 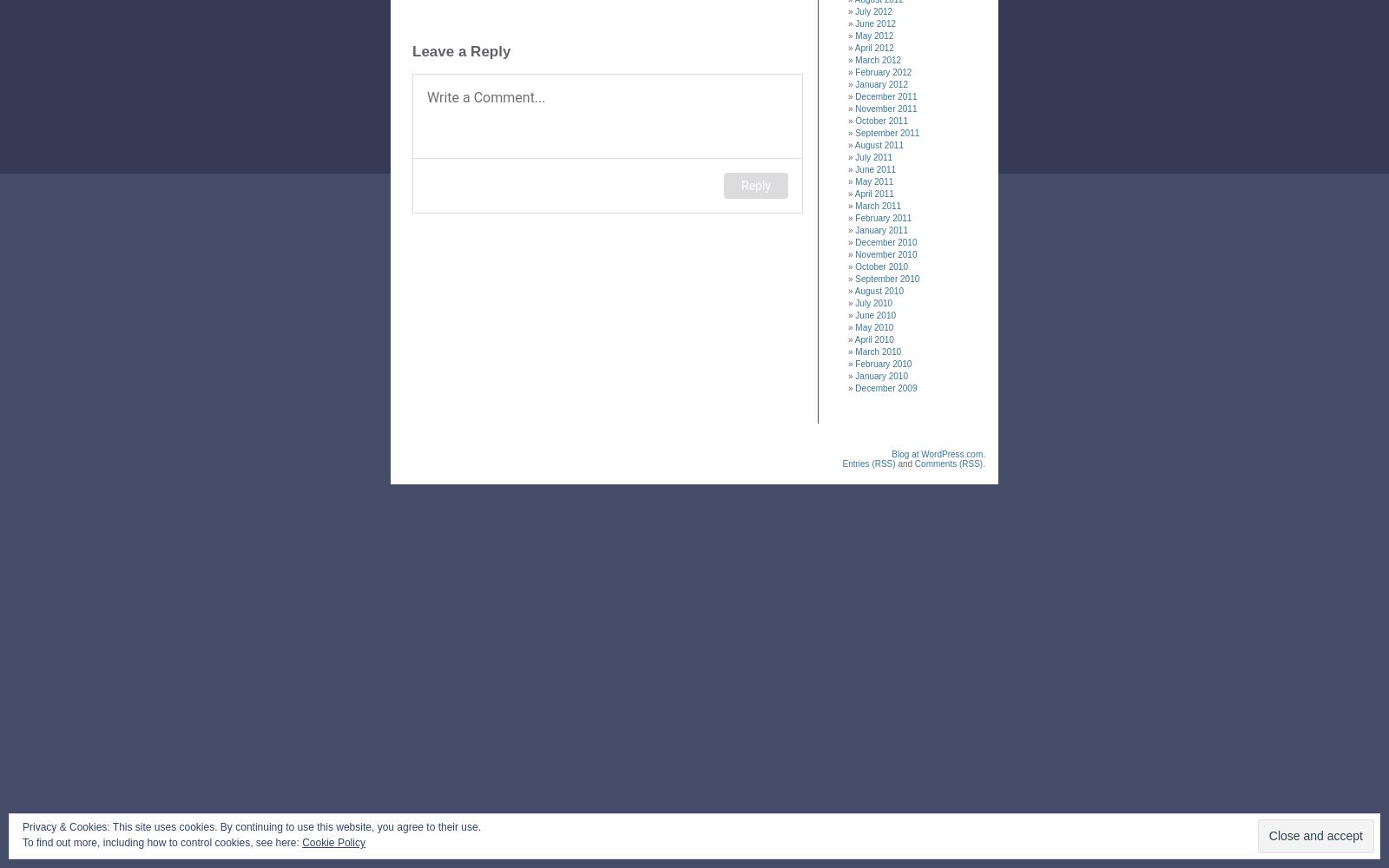 What do you see at coordinates (873, 302) in the screenshot?
I see `'July 2010'` at bounding box center [873, 302].